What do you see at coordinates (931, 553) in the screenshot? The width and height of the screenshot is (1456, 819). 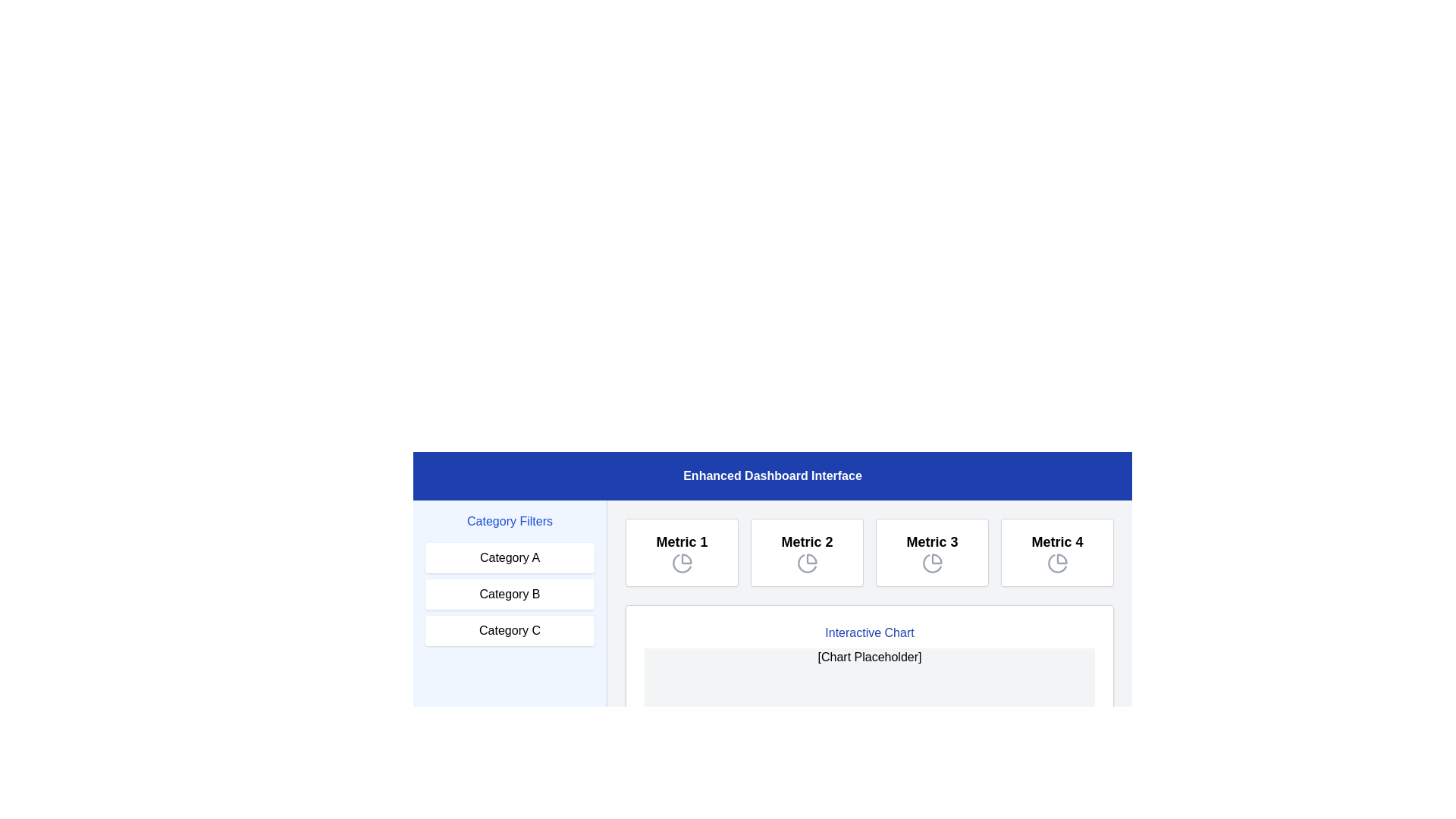 I see `the Informational card labeled 'Metric 3', which features a white background, gray border, rounded corners, and text in bold at the top center` at bounding box center [931, 553].